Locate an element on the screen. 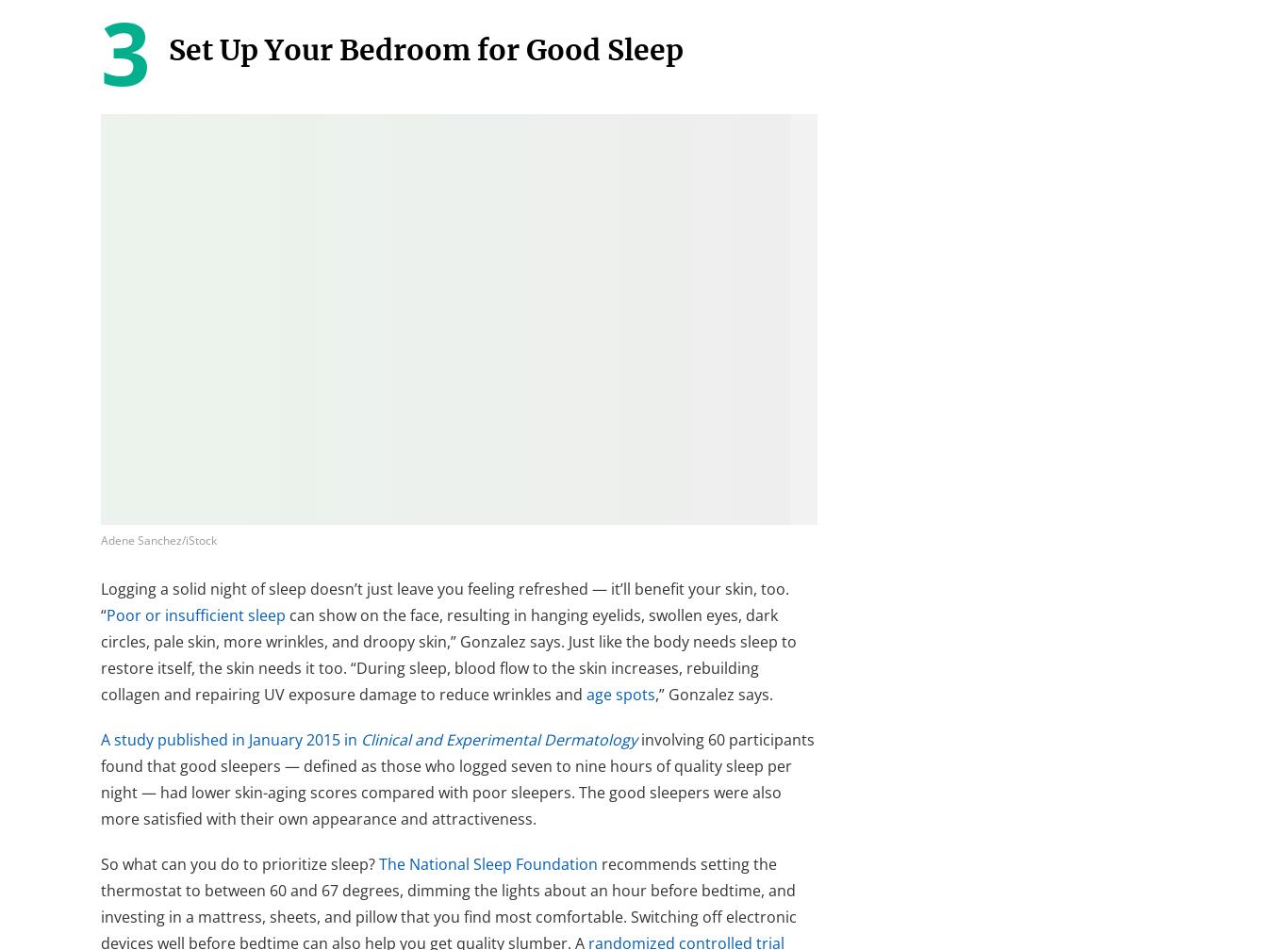 The width and height of the screenshot is (1288, 950). 'The National Sleep Foundation' is located at coordinates (487, 862).